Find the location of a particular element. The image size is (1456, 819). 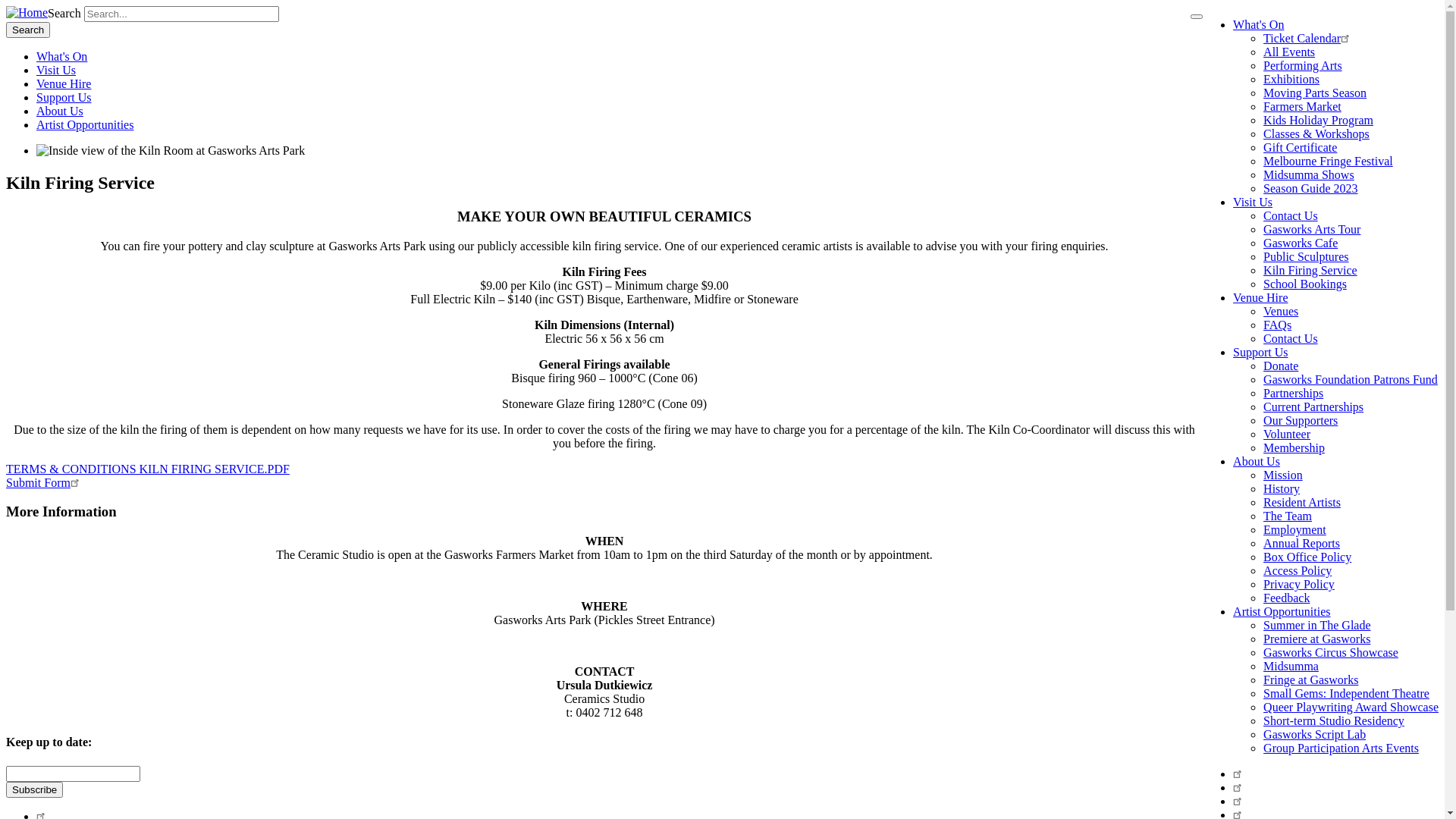

'Home' is located at coordinates (27, 12).